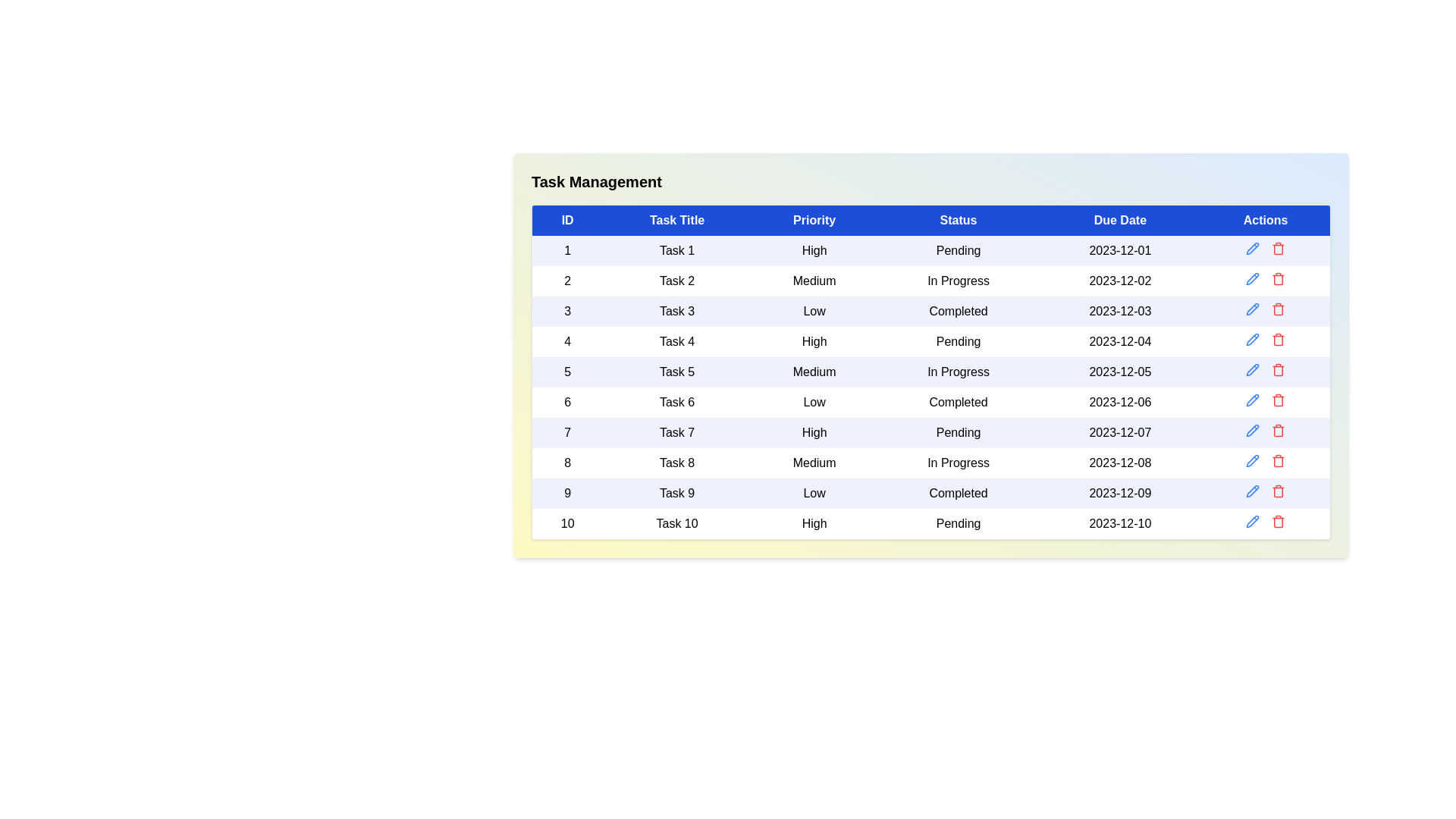 Image resolution: width=1456 pixels, height=819 pixels. I want to click on the Status header to sort the table by that column, so click(957, 220).